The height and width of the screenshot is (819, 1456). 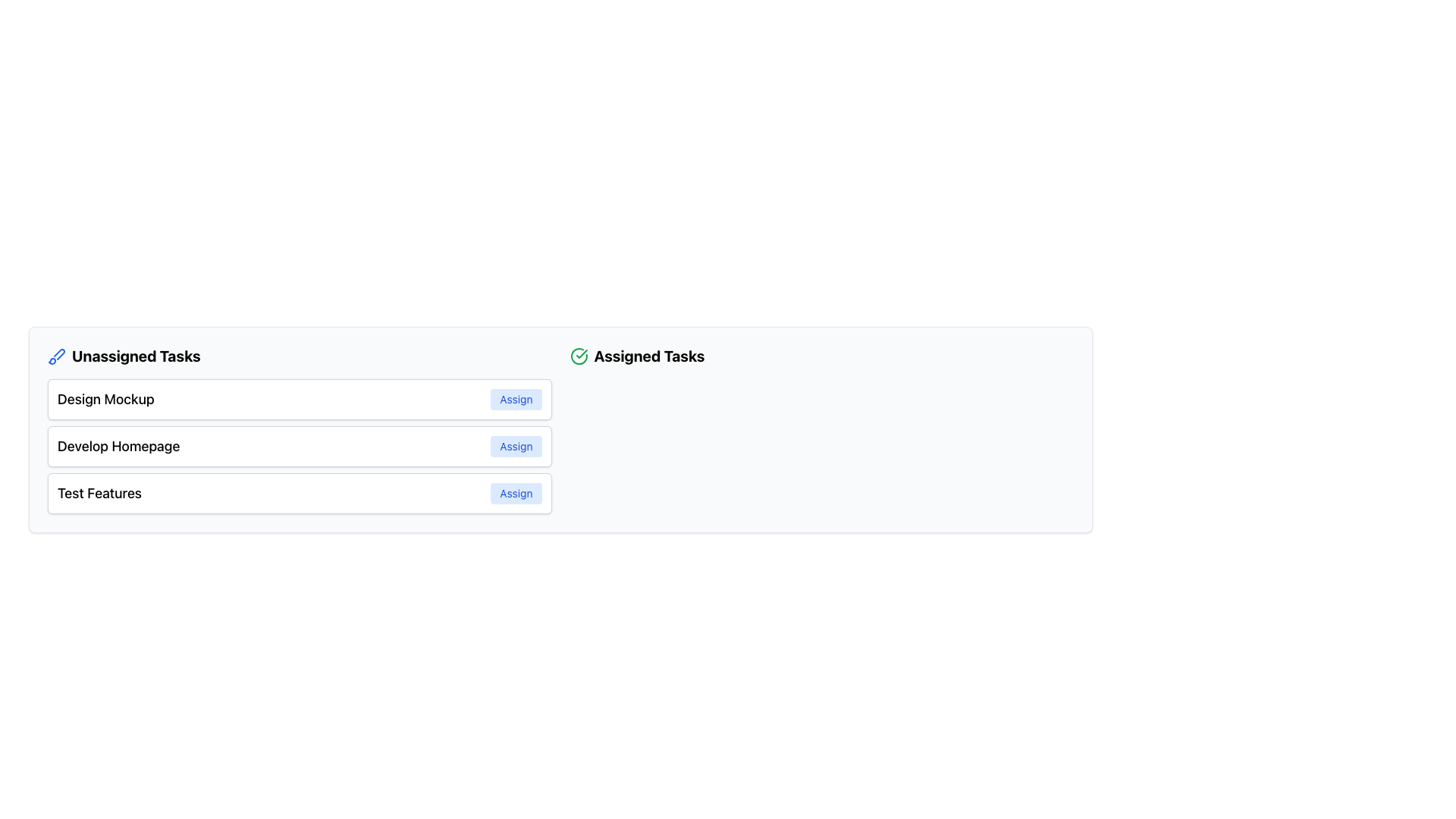 What do you see at coordinates (300, 446) in the screenshot?
I see `the 'Develop Homepage' task item in the 'Unassigned Tasks' list` at bounding box center [300, 446].